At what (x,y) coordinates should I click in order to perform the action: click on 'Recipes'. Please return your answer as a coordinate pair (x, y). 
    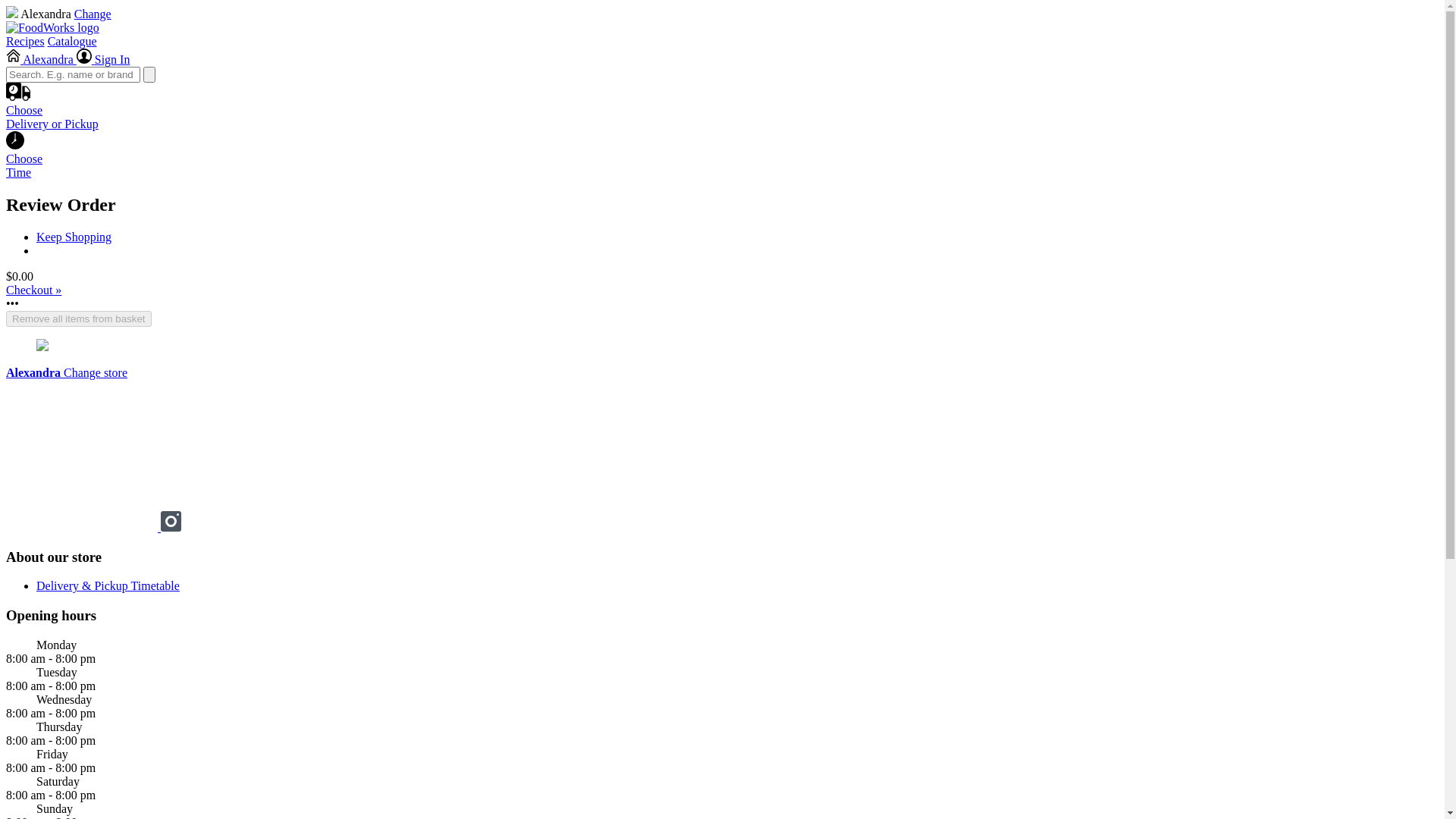
    Looking at the image, I should click on (25, 40).